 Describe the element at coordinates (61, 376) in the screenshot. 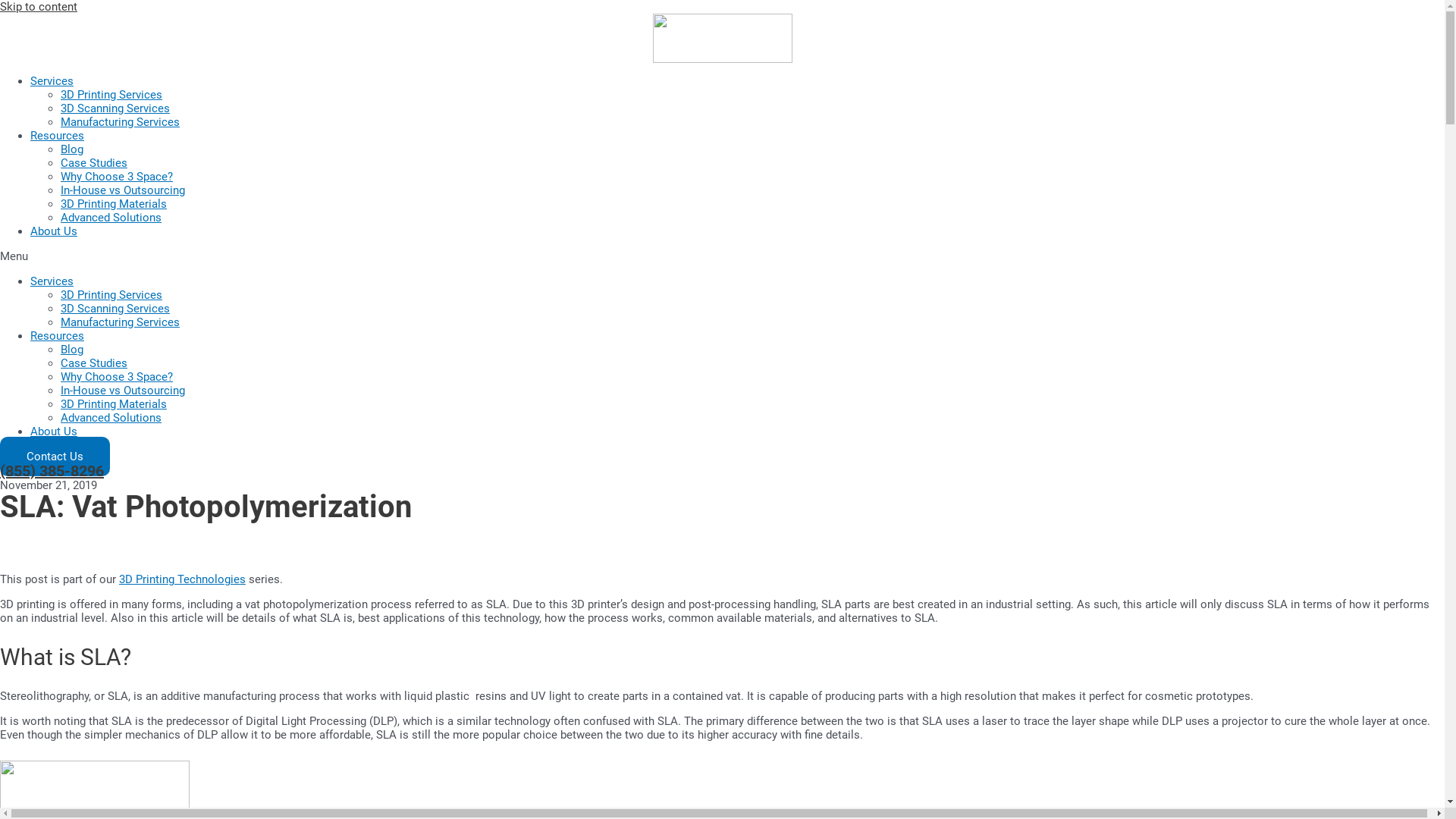

I see `'Why Choose 3 Space?'` at that location.